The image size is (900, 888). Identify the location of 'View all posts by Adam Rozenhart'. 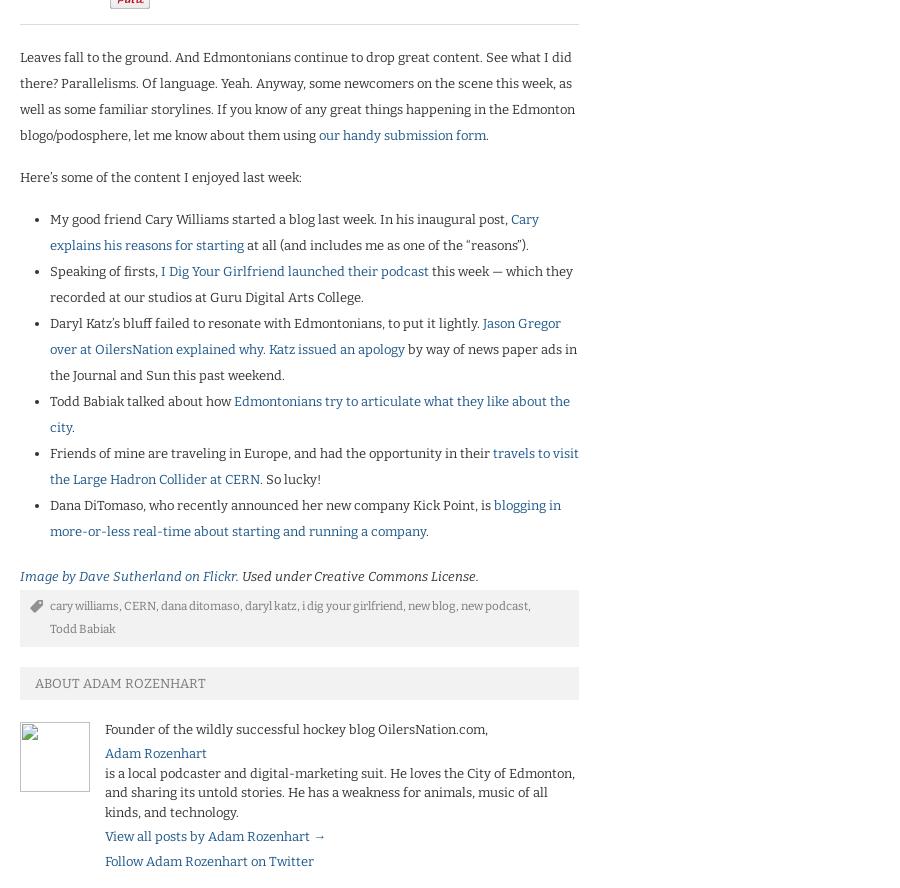
(208, 835).